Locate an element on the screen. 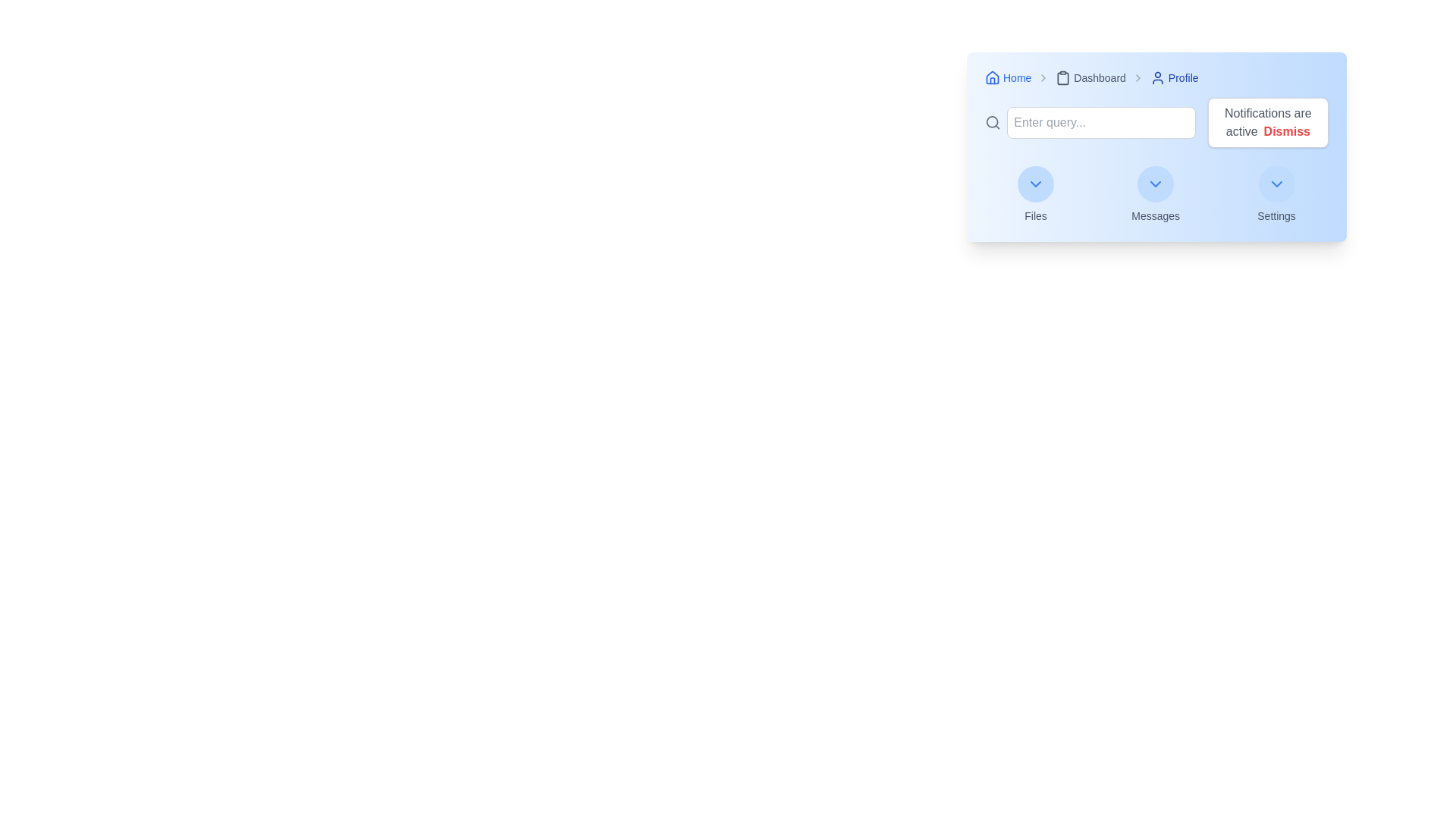 Image resolution: width=1456 pixels, height=819 pixels. the user profile icon represented as an outlined person figure with a blue stroke, located at the far right of the navigation breadcrumb bar, preceding the text 'Profile' is located at coordinates (1156, 78).